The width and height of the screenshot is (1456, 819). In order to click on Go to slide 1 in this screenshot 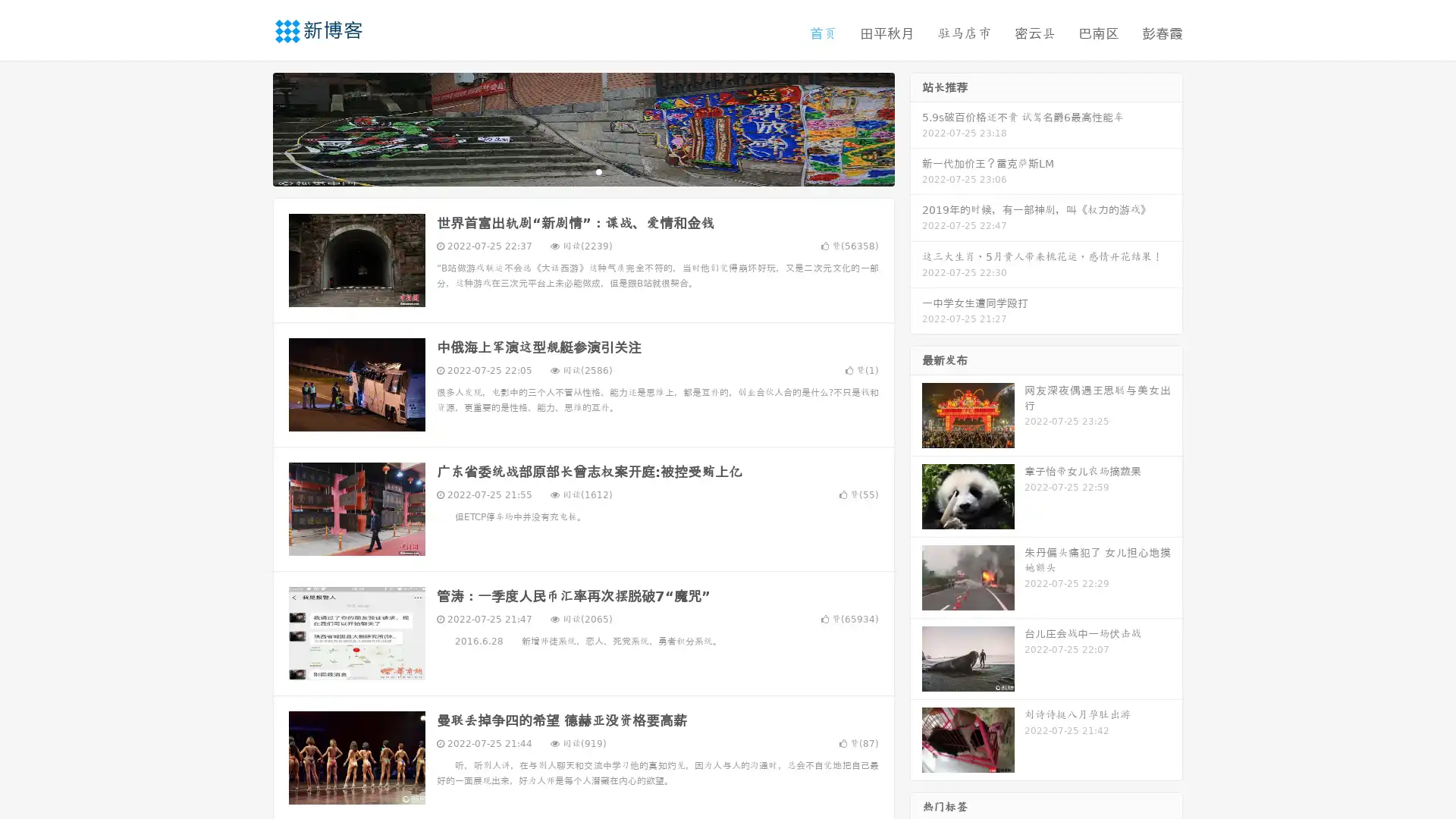, I will do `click(567, 171)`.